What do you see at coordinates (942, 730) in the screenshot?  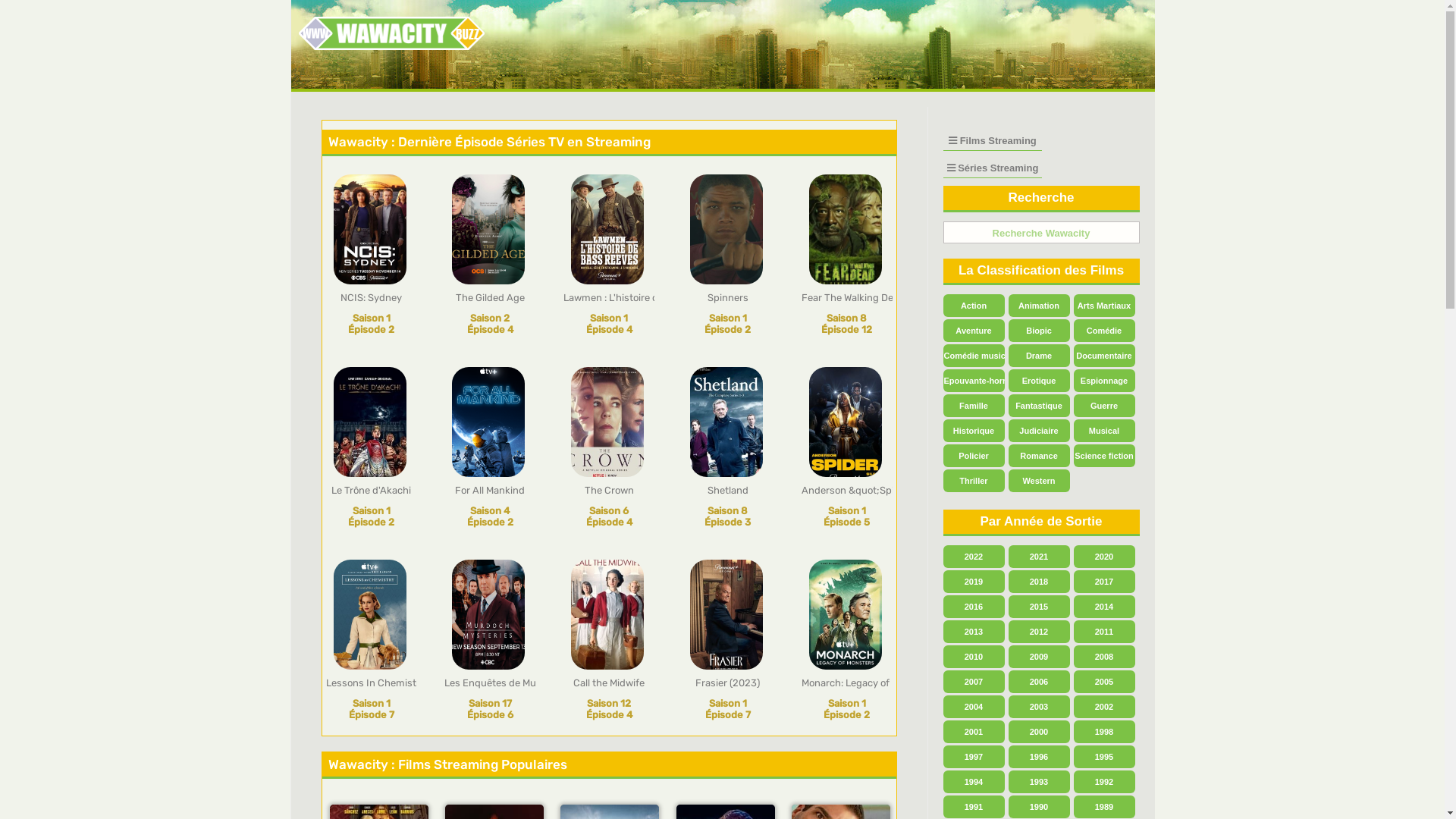 I see `'2001'` at bounding box center [942, 730].